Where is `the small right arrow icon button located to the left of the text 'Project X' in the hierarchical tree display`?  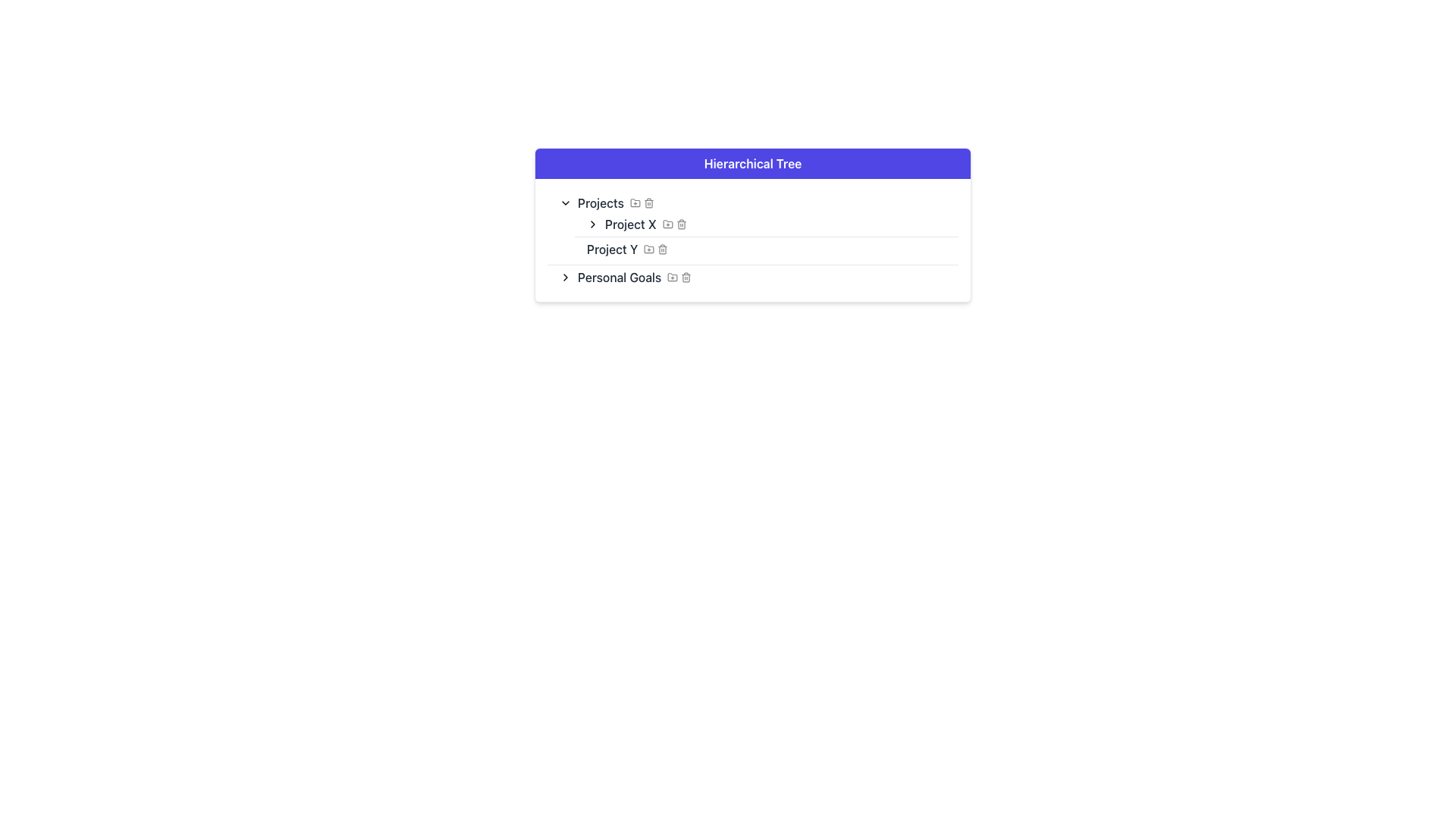 the small right arrow icon button located to the left of the text 'Project X' in the hierarchical tree display is located at coordinates (592, 224).